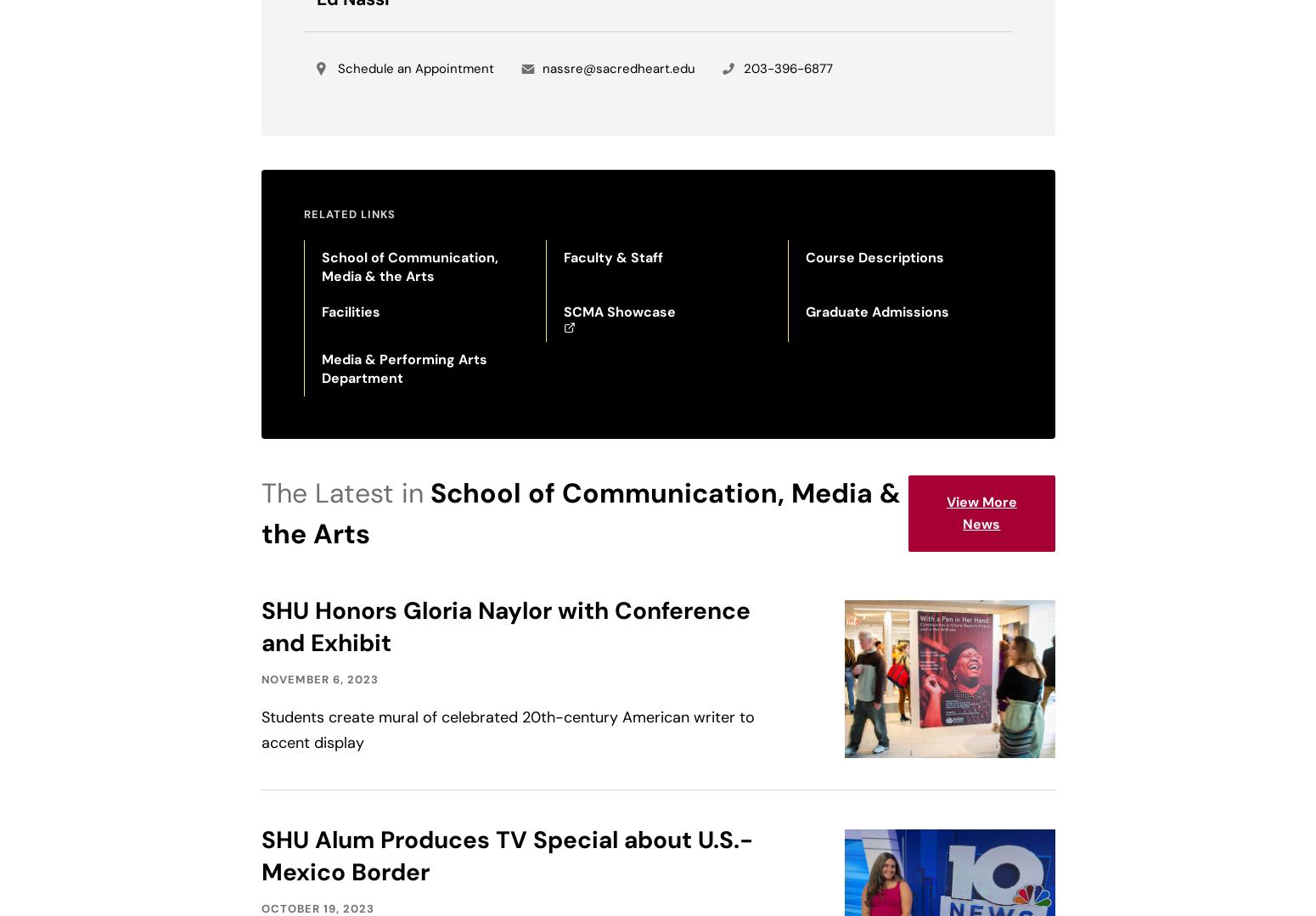 The width and height of the screenshot is (1316, 916). What do you see at coordinates (350, 312) in the screenshot?
I see `'Facilities'` at bounding box center [350, 312].